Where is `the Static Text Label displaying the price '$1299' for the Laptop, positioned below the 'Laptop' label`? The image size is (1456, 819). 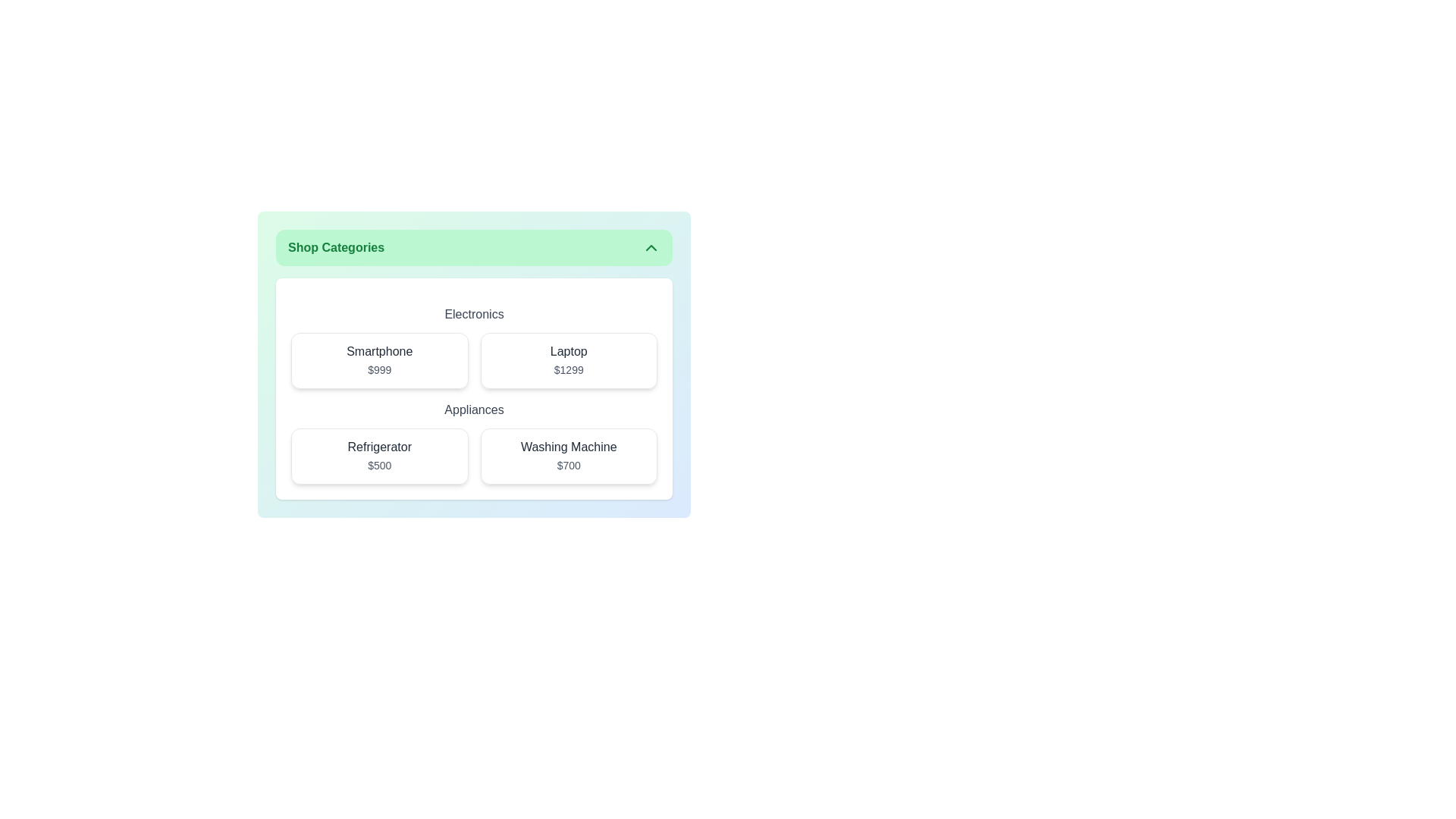
the Static Text Label displaying the price '$1299' for the Laptop, positioned below the 'Laptop' label is located at coordinates (568, 370).